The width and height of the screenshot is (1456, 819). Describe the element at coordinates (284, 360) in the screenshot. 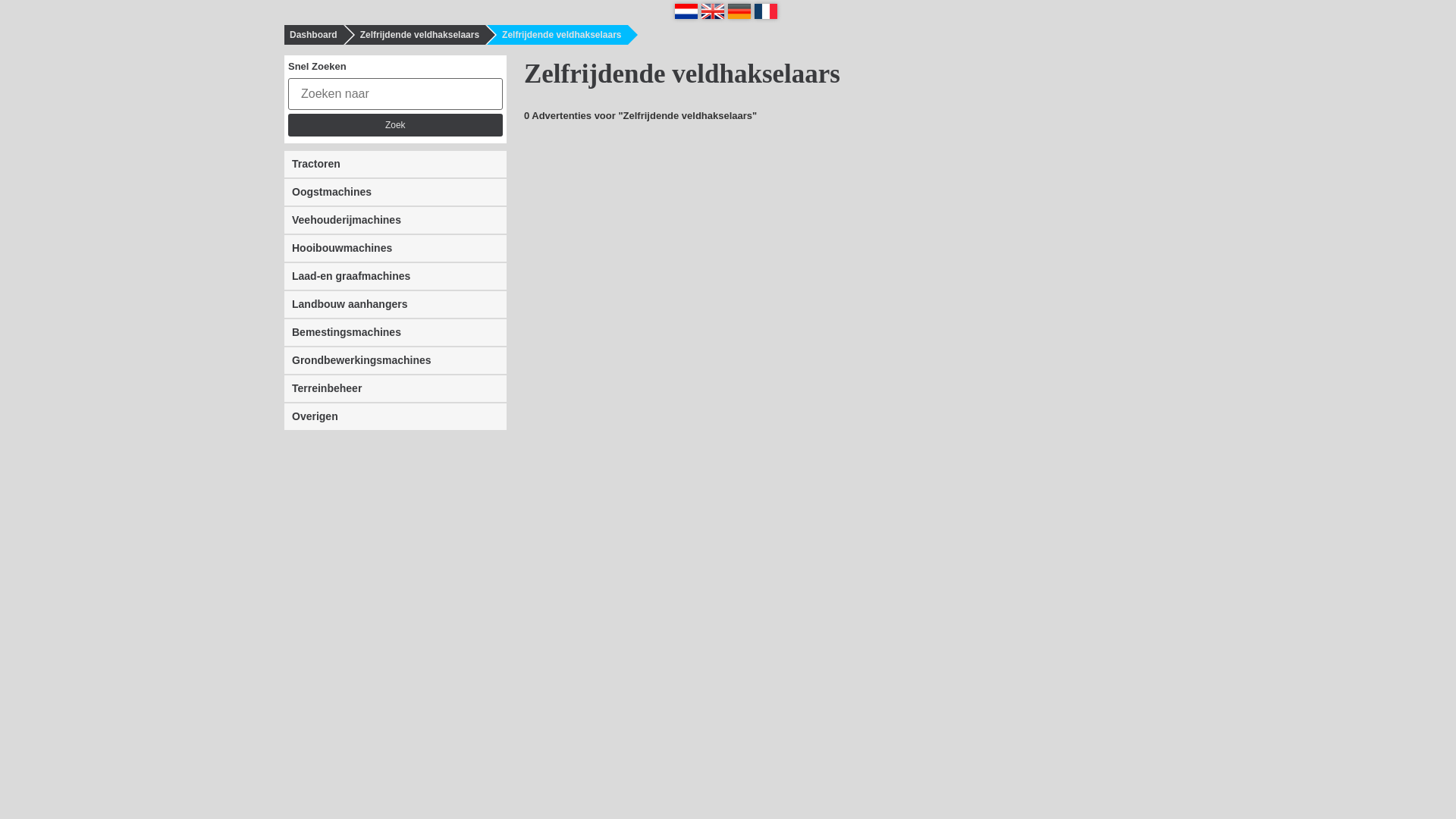

I see `'Grondbewerkingsmachines'` at that location.